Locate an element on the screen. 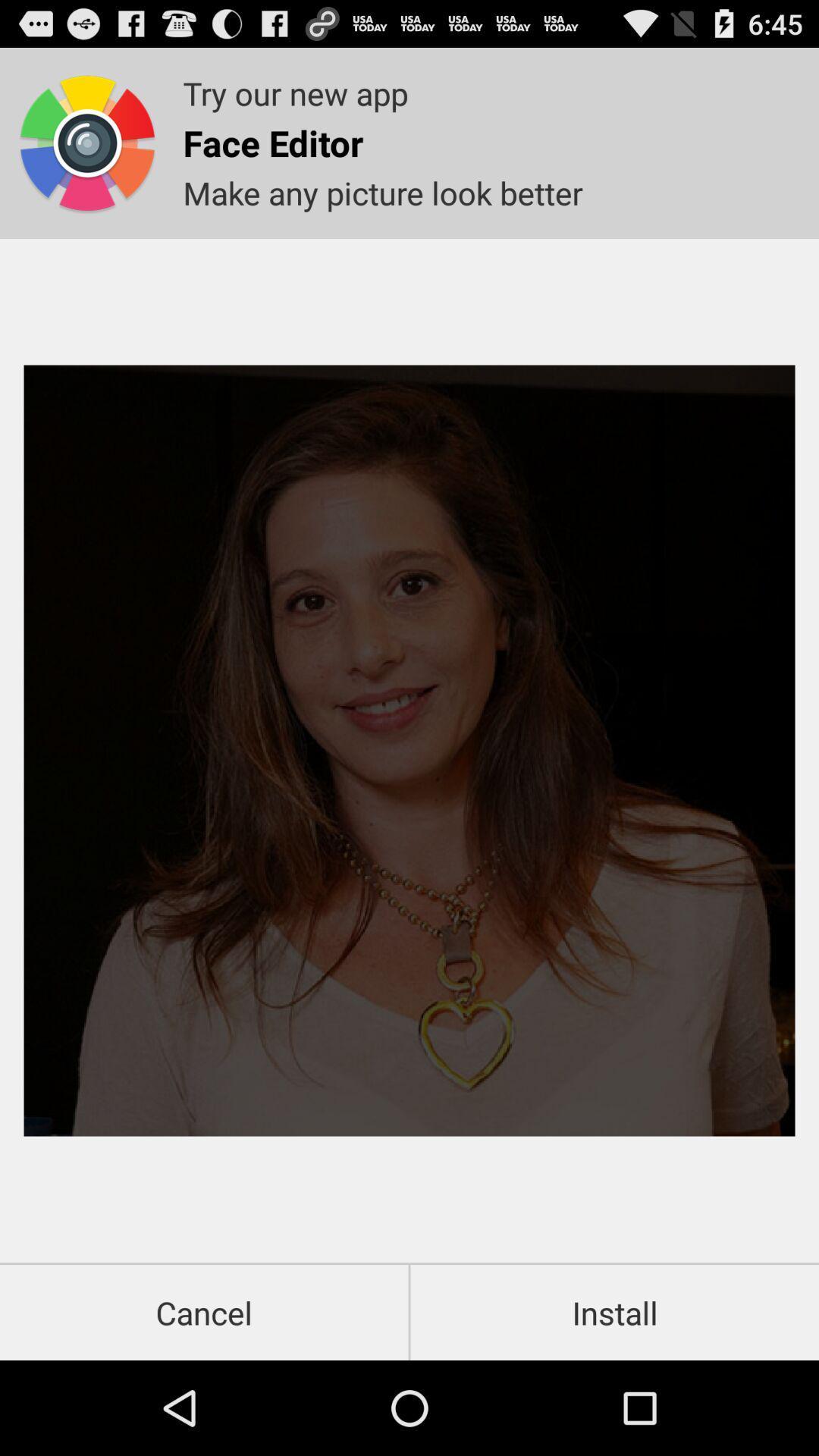 This screenshot has height=1456, width=819. the item at the bottom right corner is located at coordinates (614, 1312).